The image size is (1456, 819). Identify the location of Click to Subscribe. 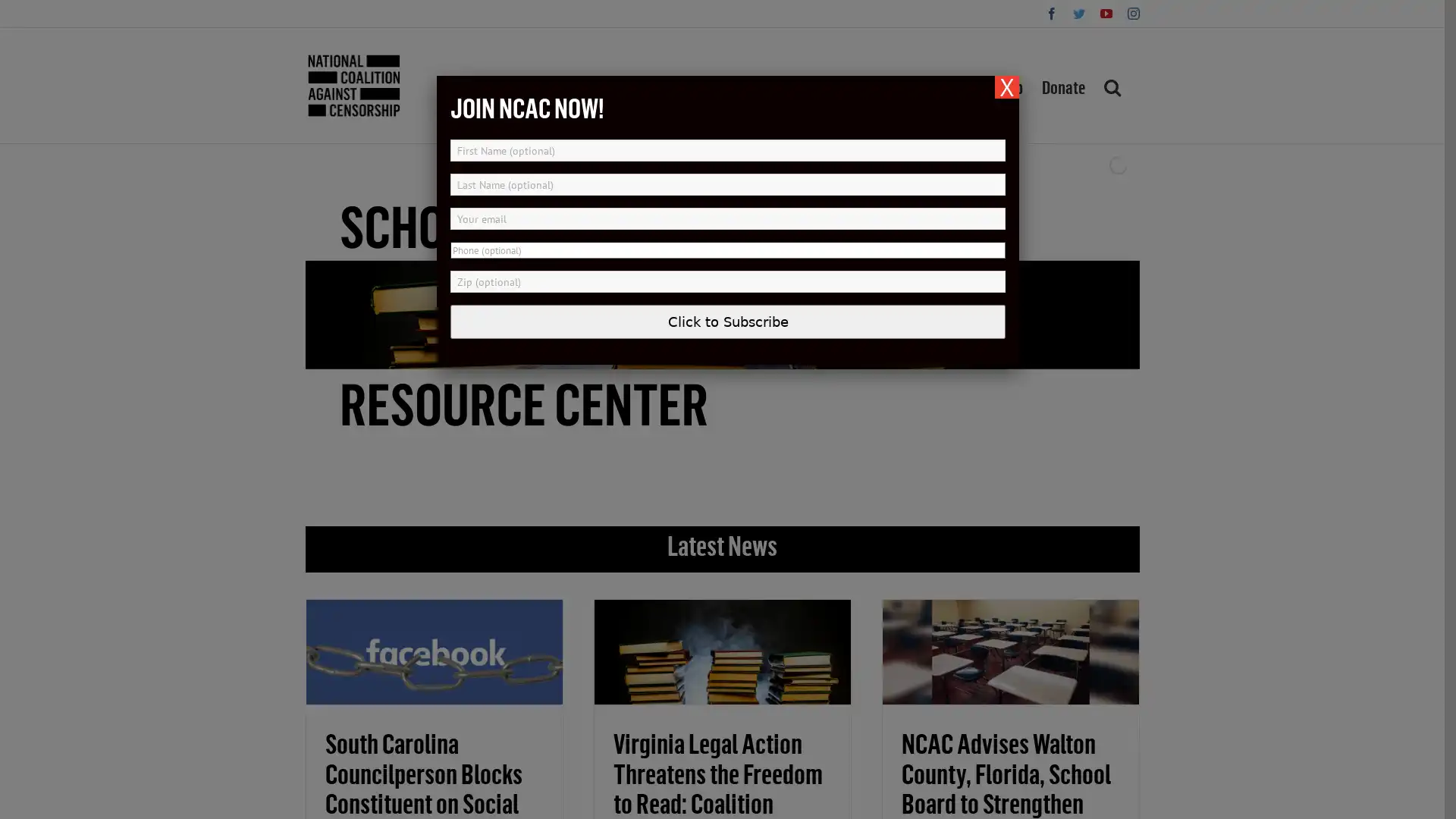
(728, 321).